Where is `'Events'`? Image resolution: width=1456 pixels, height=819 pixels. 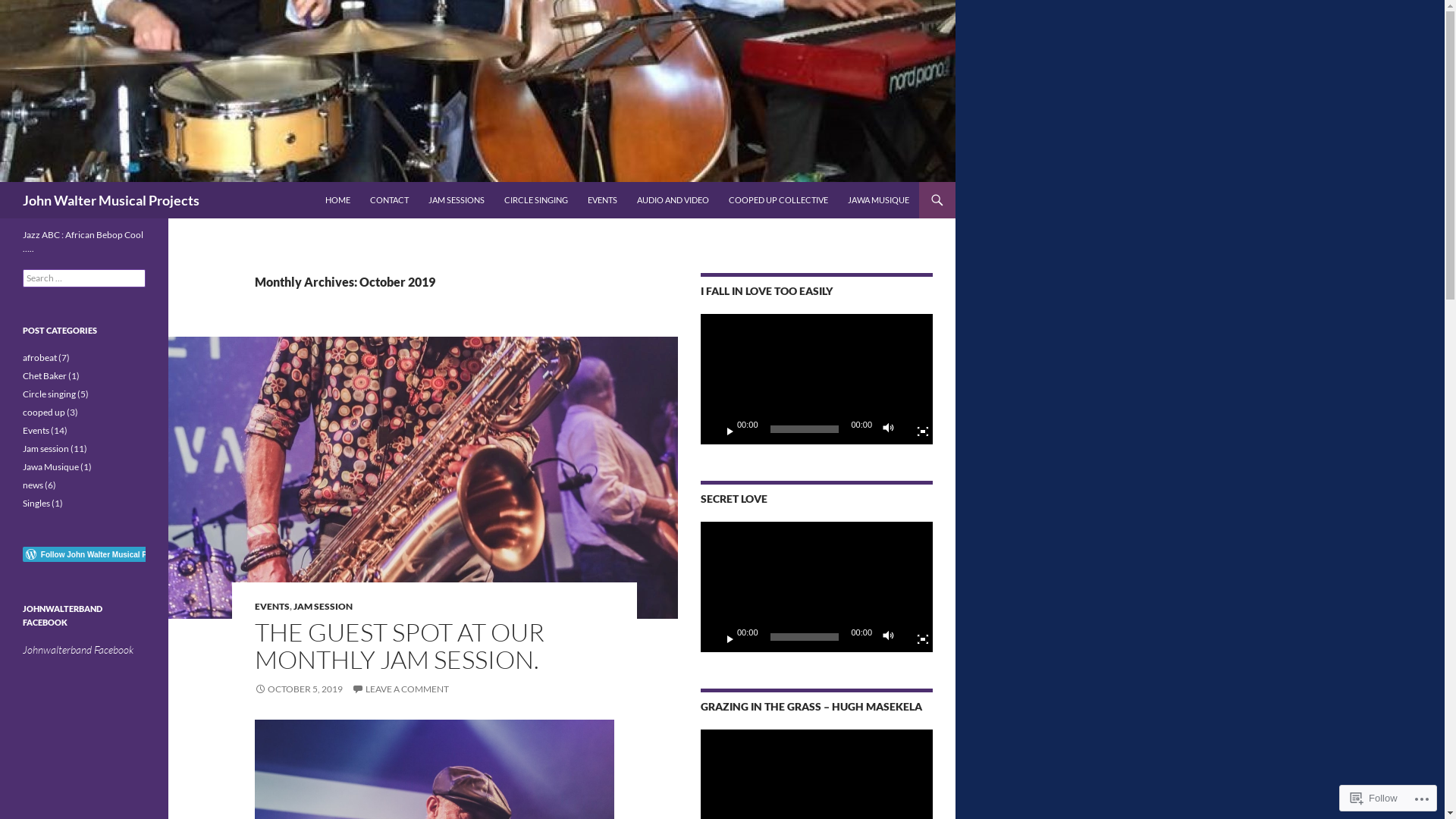 'Events' is located at coordinates (36, 430).